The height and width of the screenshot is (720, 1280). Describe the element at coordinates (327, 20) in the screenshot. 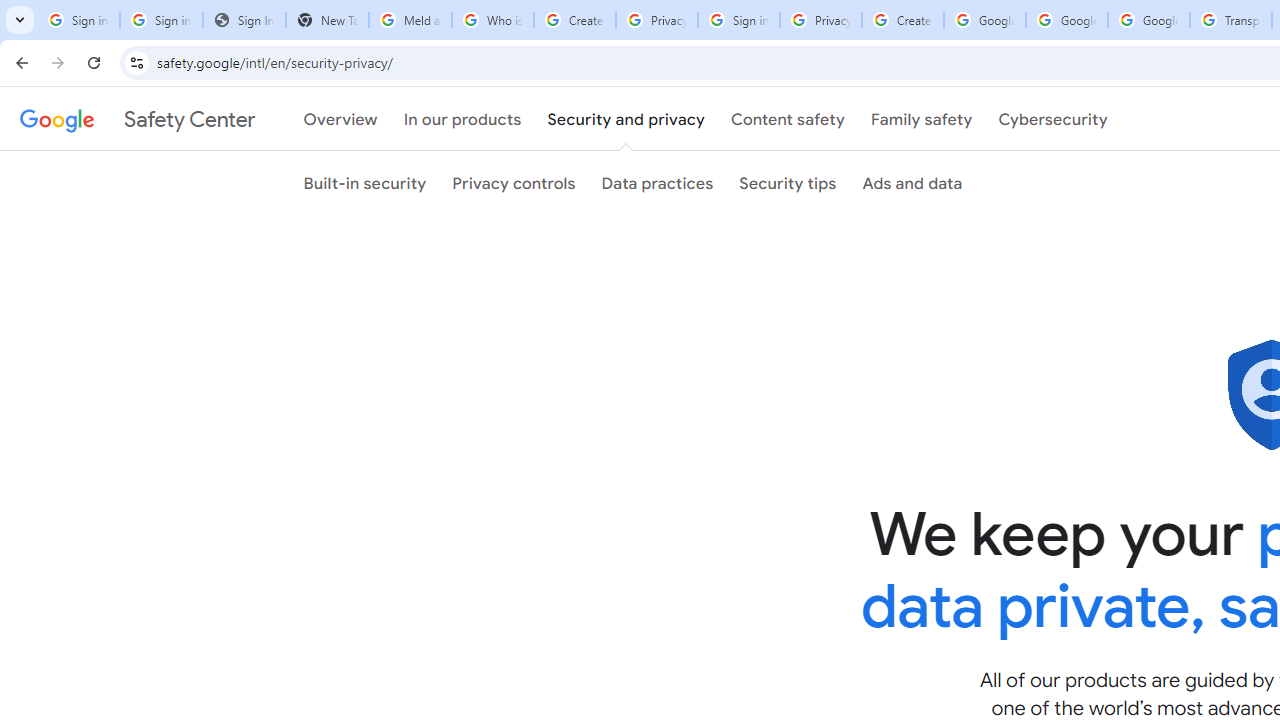

I see `'New Tab'` at that location.